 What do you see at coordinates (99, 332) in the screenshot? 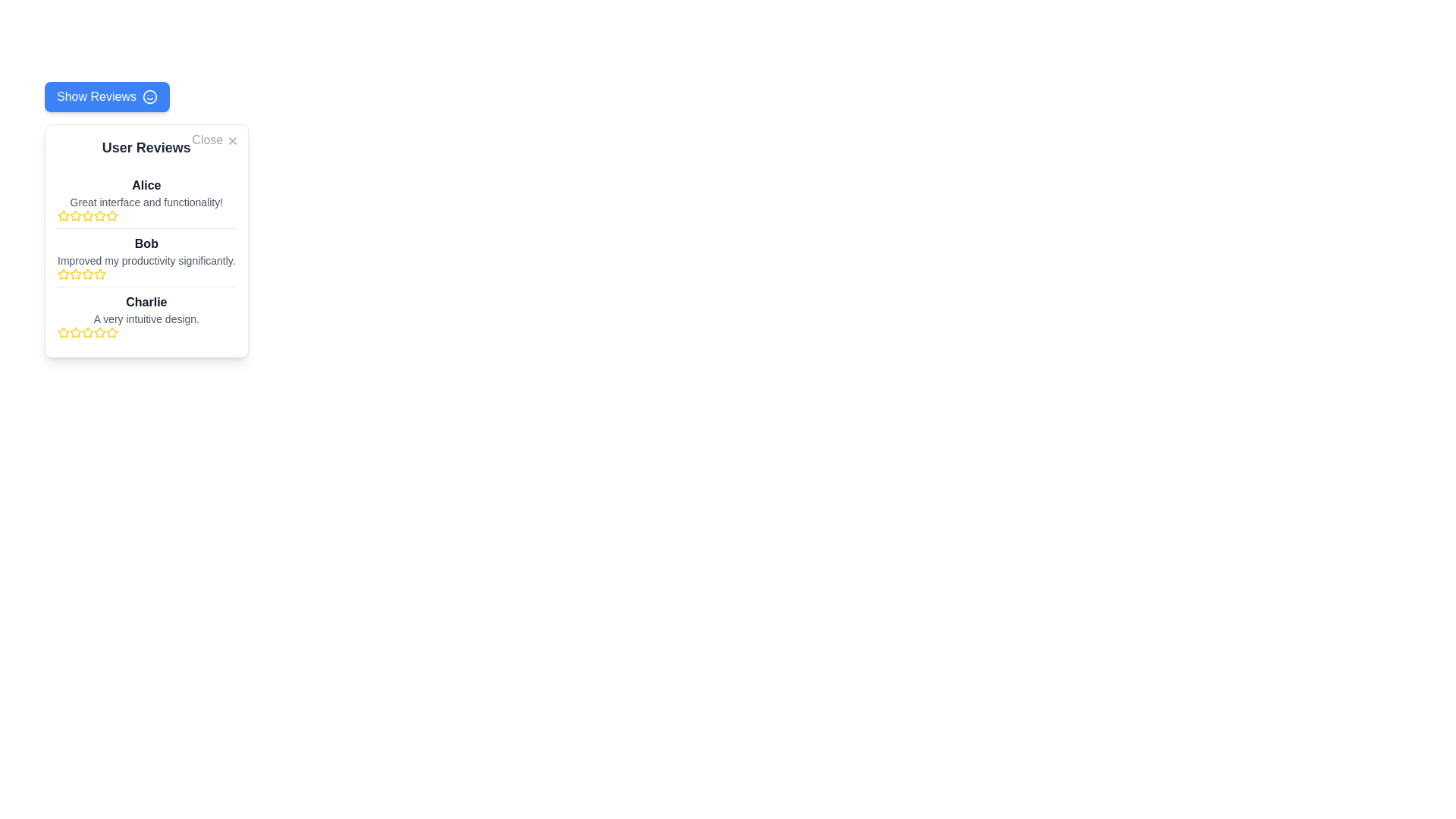
I see `the yellow outlined star icon, which is the last in a row of five stars under the review text for 'Charlie', to rate it` at bounding box center [99, 332].